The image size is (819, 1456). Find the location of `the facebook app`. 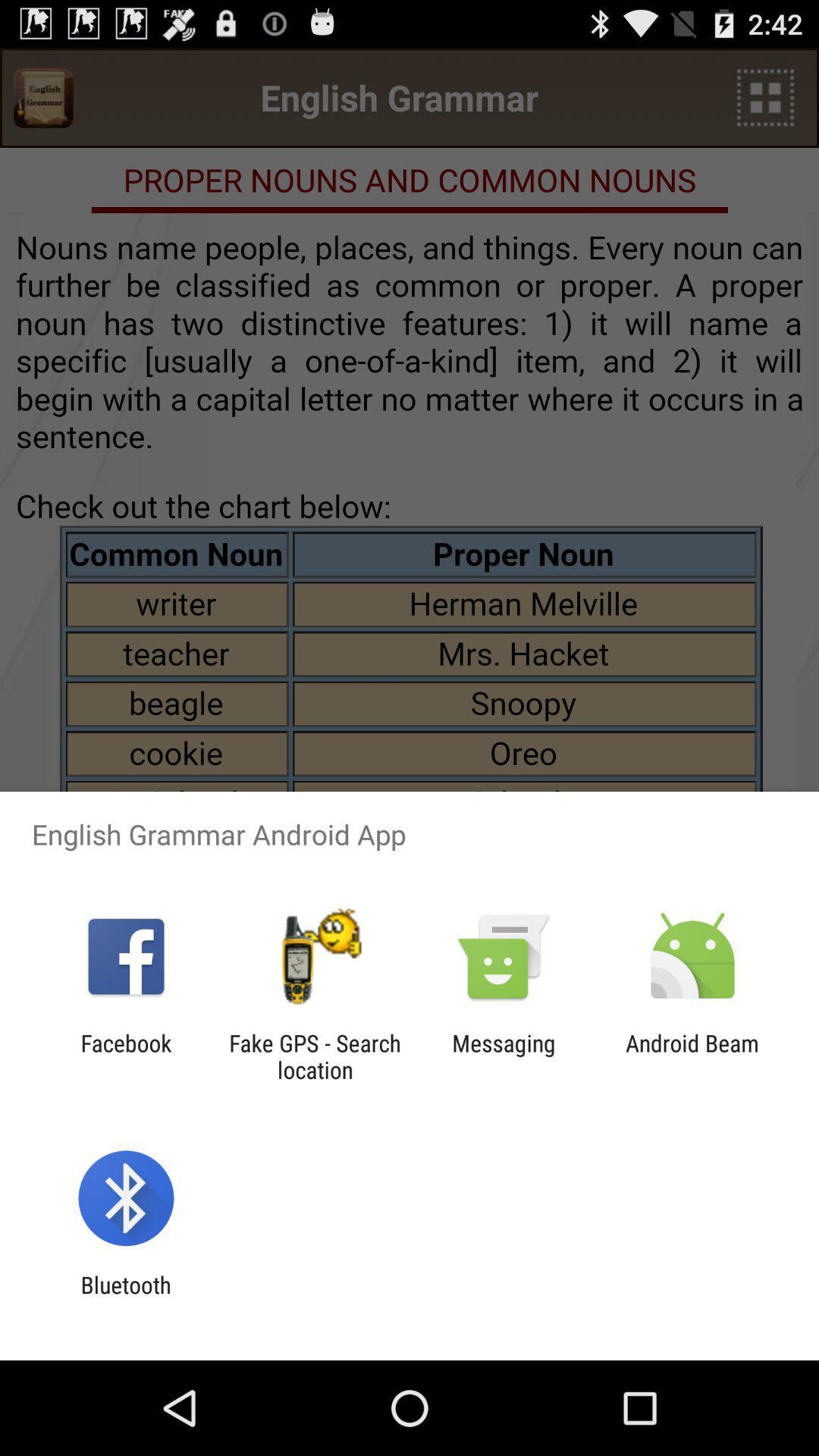

the facebook app is located at coordinates (125, 1056).